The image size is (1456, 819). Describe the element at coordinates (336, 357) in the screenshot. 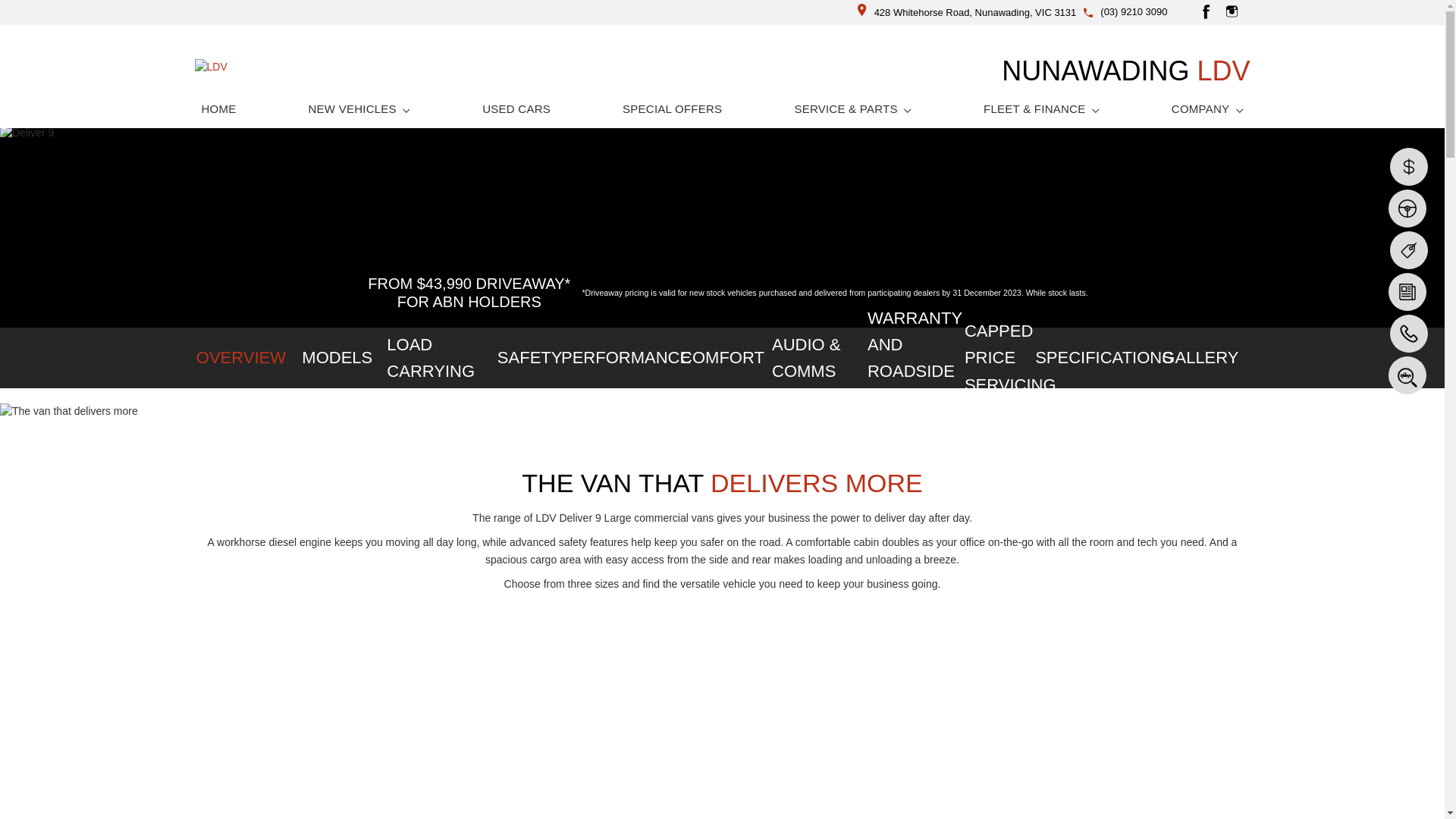

I see `'MODELS'` at that location.